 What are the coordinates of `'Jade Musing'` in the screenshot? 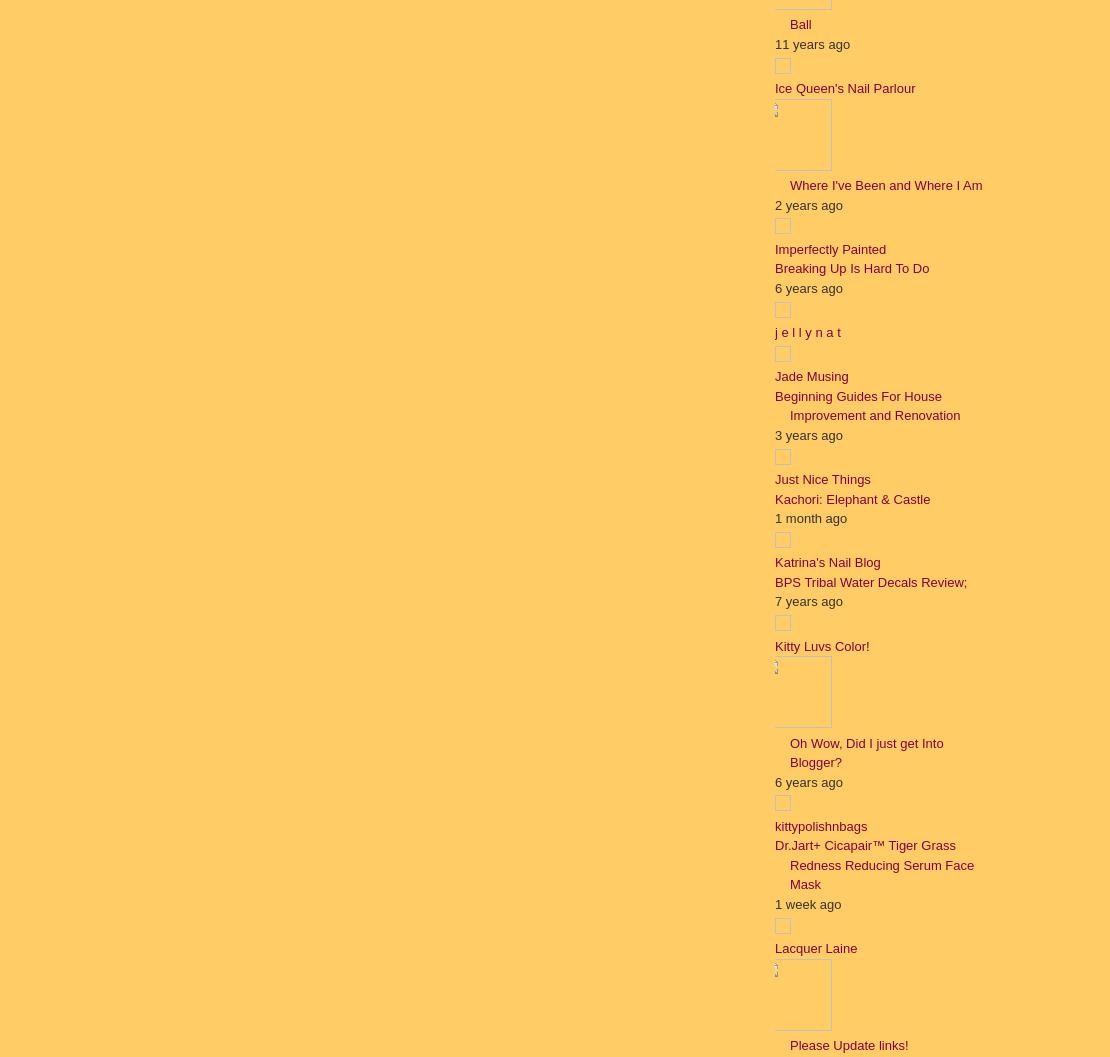 It's located at (811, 376).